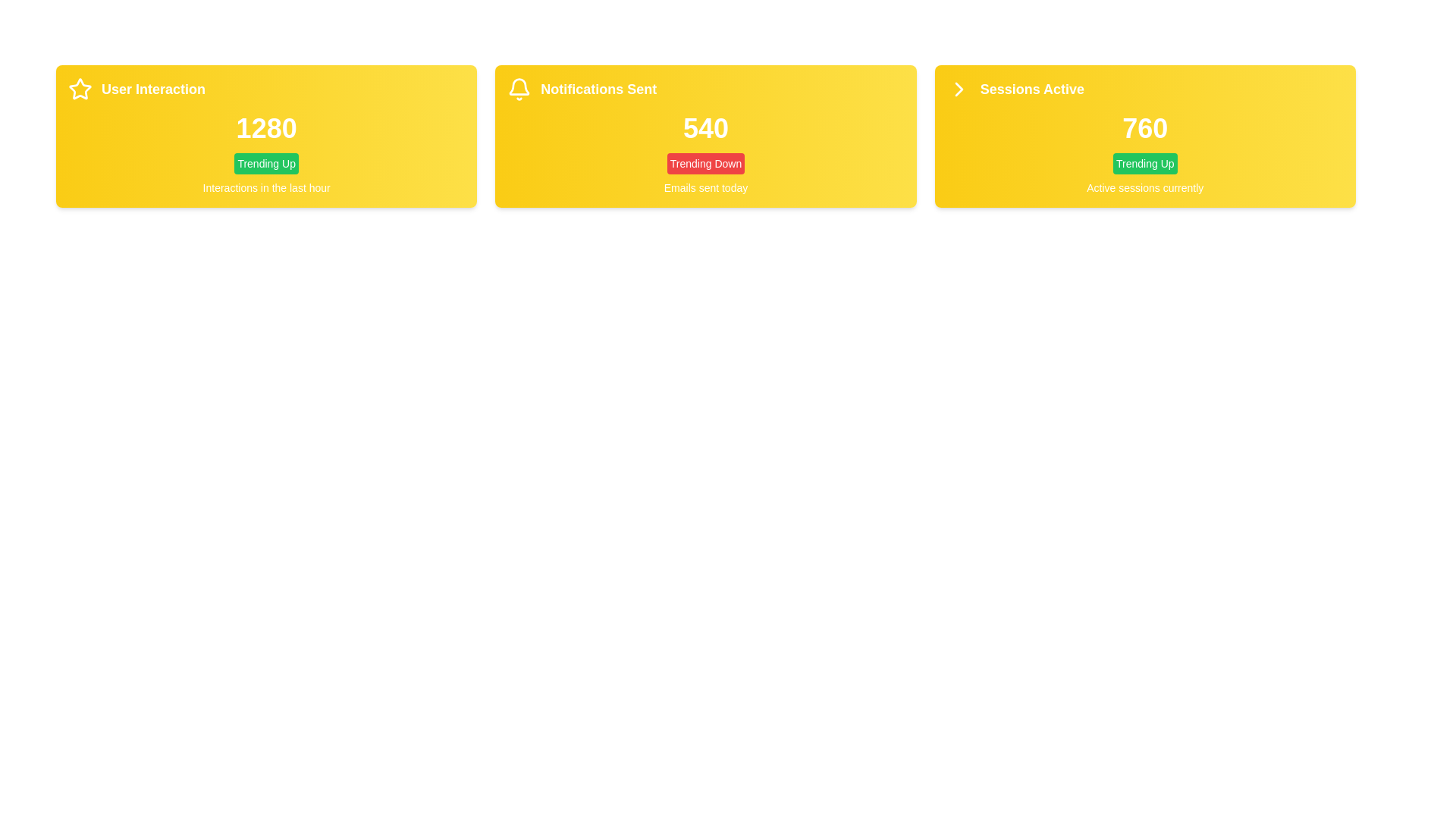 Image resolution: width=1456 pixels, height=819 pixels. I want to click on the right-facing chevron arrow icon, which is styled in white stroke color and located in the top-right corner of the third yellow card labeled 'Sessions Active', so click(958, 89).